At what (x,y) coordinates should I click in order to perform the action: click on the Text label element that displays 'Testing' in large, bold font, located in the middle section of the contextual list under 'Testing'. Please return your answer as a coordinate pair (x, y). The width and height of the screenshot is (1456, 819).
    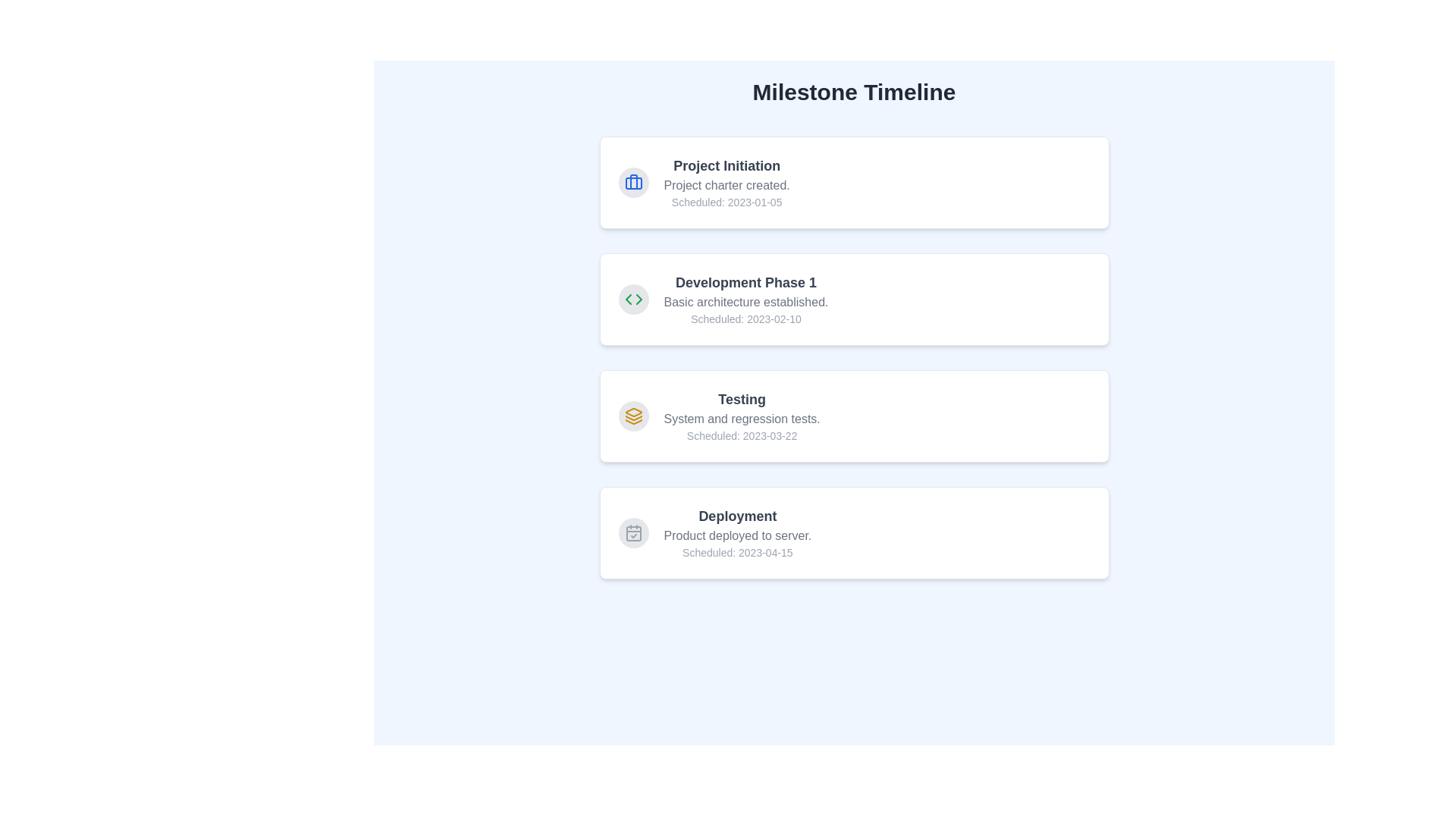
    Looking at the image, I should click on (742, 399).